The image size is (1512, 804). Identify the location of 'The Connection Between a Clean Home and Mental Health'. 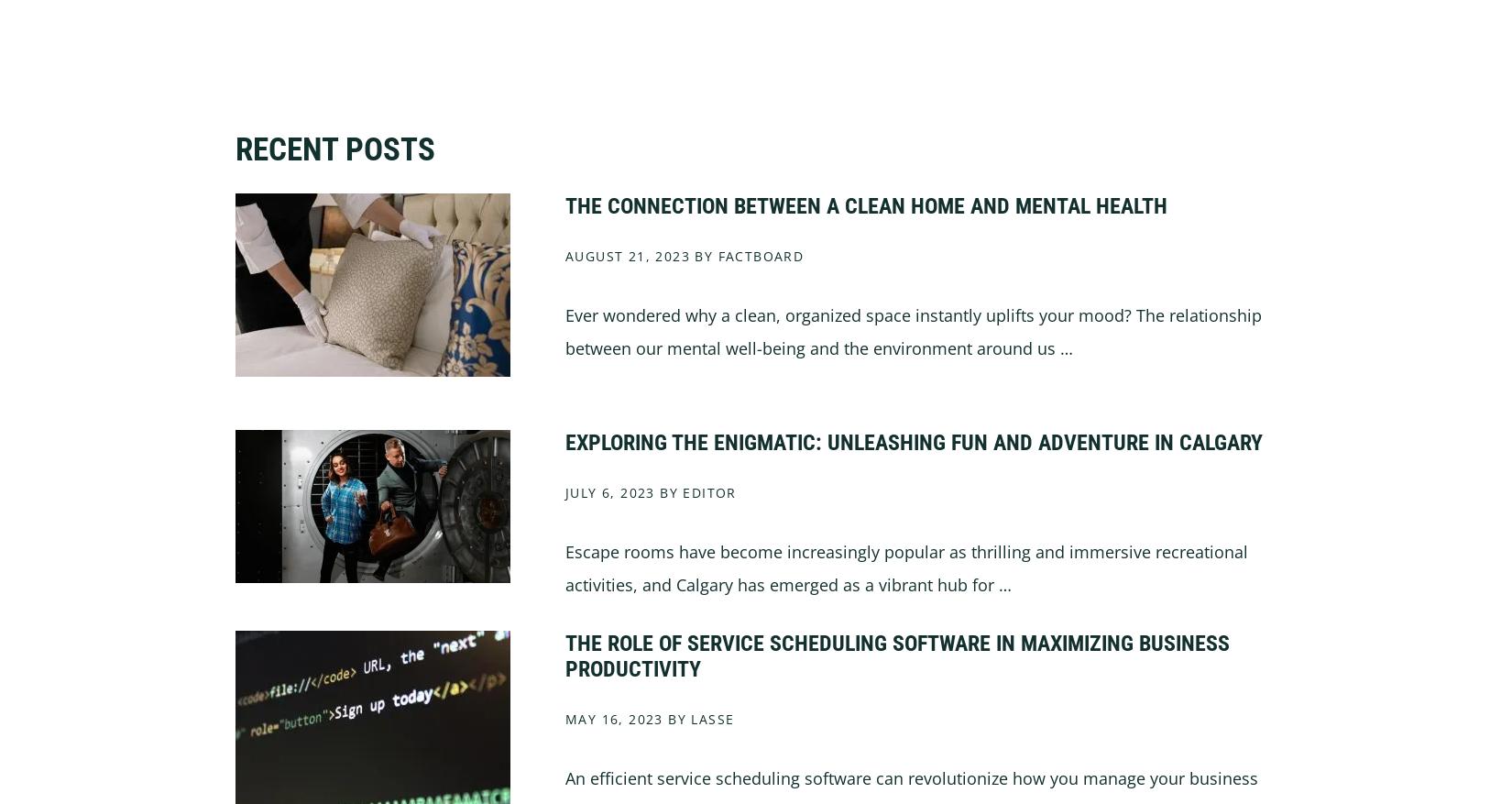
(564, 204).